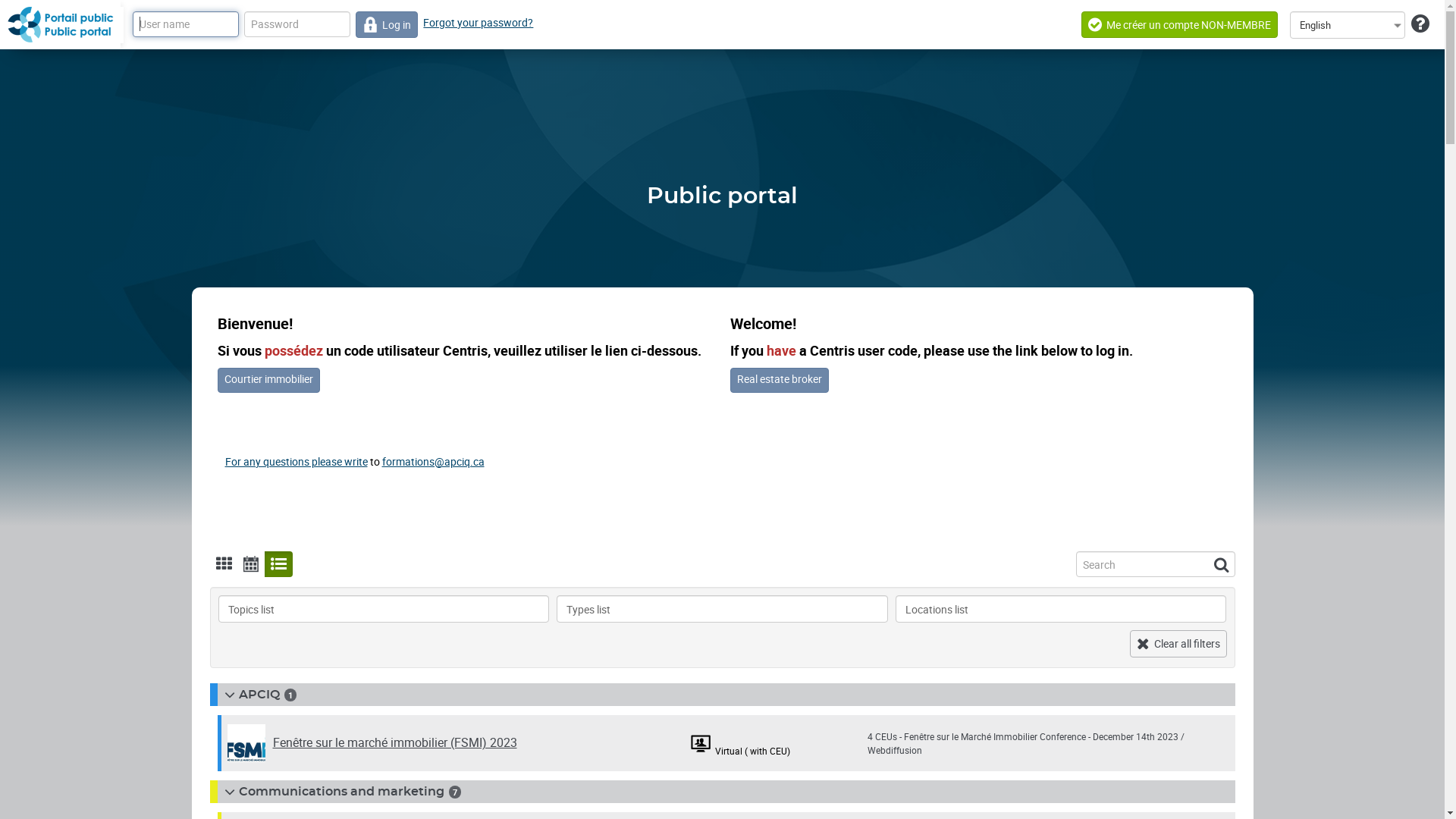  What do you see at coordinates (250, 695) in the screenshot?
I see `'APCIQ'` at bounding box center [250, 695].